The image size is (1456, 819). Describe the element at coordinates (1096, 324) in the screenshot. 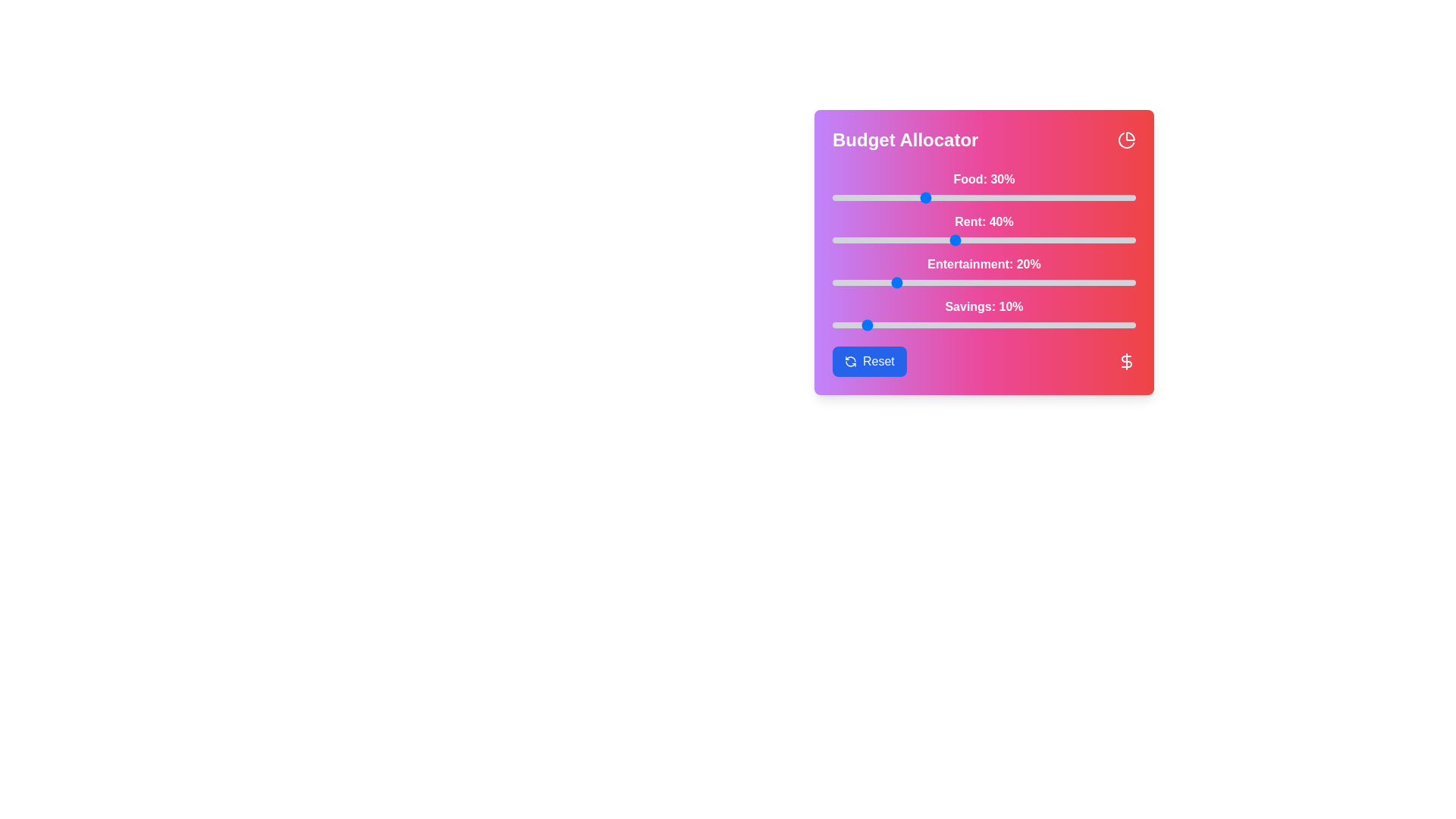

I see `the savings percentage` at that location.